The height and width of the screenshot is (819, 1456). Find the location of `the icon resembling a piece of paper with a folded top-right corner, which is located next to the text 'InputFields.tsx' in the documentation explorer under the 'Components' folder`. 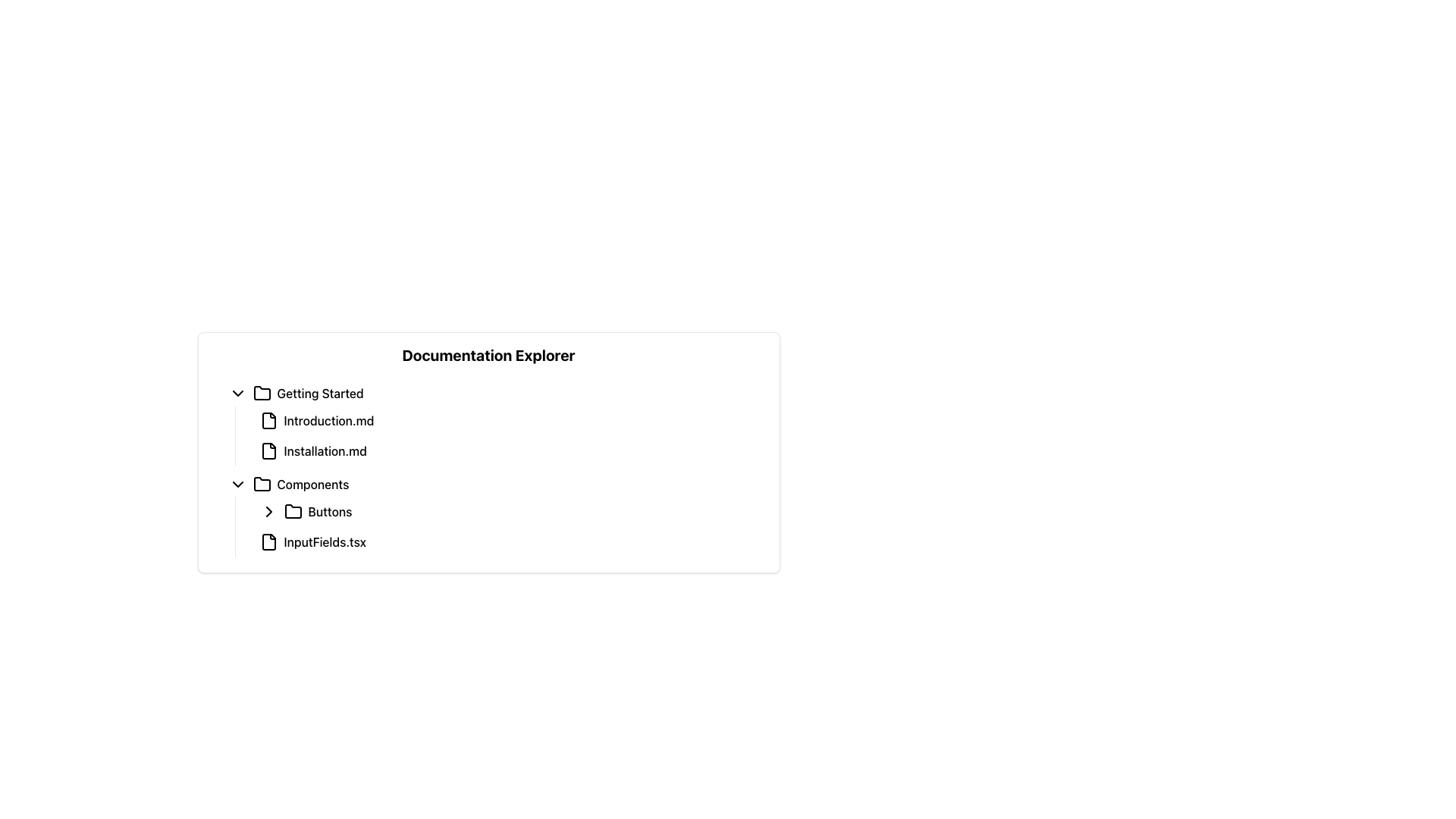

the icon resembling a piece of paper with a folded top-right corner, which is located next to the text 'InputFields.tsx' in the documentation explorer under the 'Components' folder is located at coordinates (268, 541).